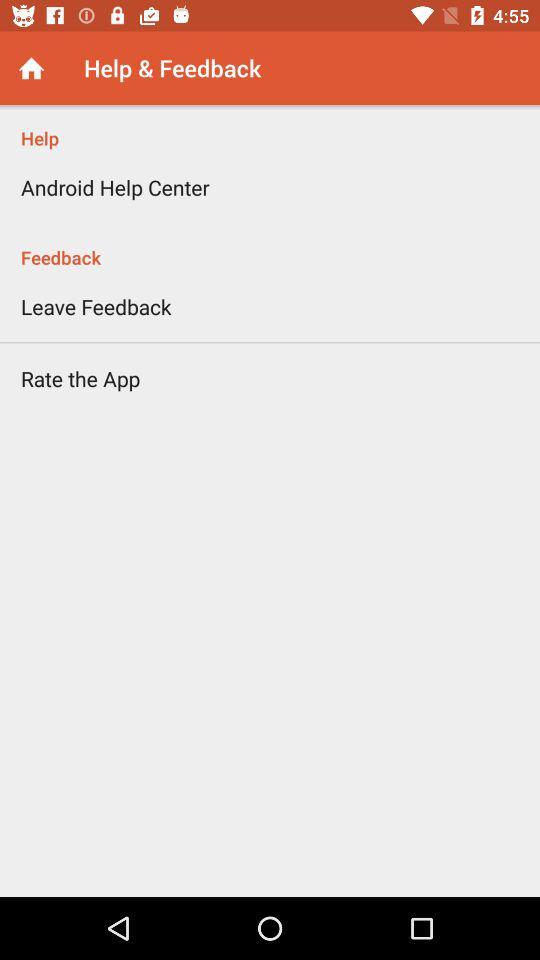 The height and width of the screenshot is (960, 540). Describe the element at coordinates (30, 68) in the screenshot. I see `the item above the help item` at that location.